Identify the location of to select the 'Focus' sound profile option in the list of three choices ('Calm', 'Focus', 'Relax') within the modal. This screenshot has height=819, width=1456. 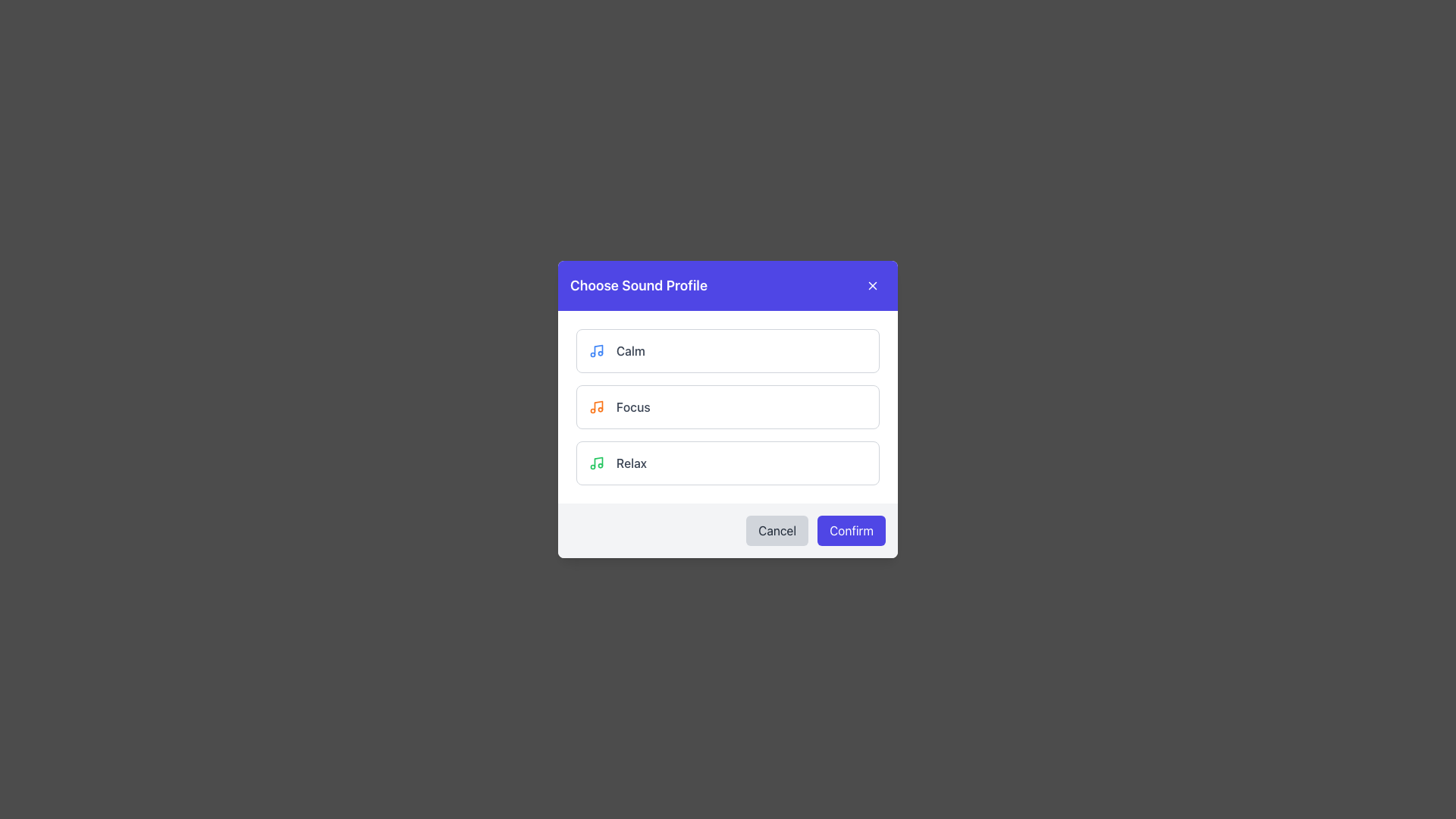
(728, 409).